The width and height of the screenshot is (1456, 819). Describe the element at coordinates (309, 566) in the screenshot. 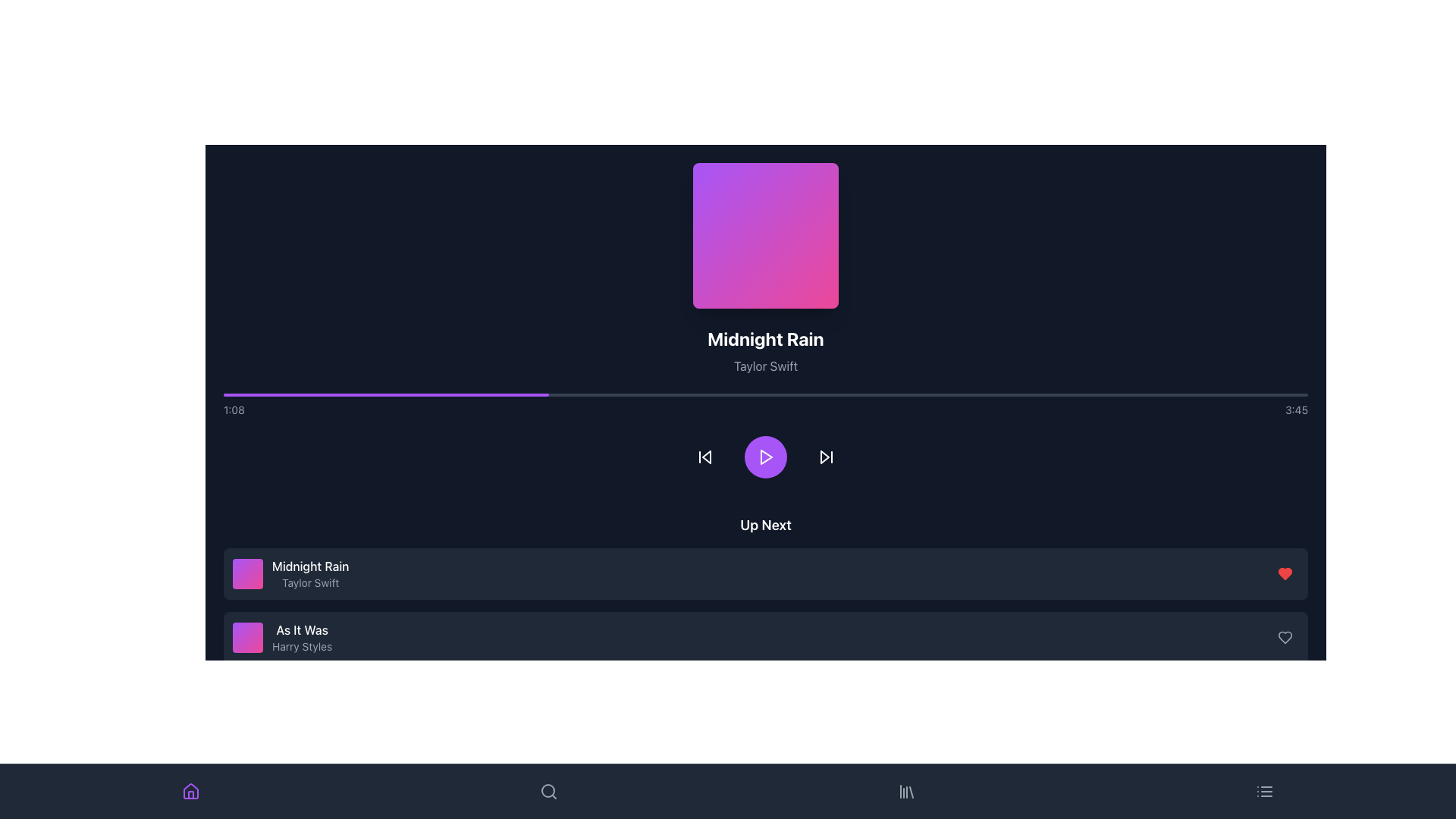

I see `the static text label displaying 'Midnight Rain', which is styled in white text on a dark background and is positioned above the artist label 'Taylor Swift' in the 'Up Next' playlist section` at that location.